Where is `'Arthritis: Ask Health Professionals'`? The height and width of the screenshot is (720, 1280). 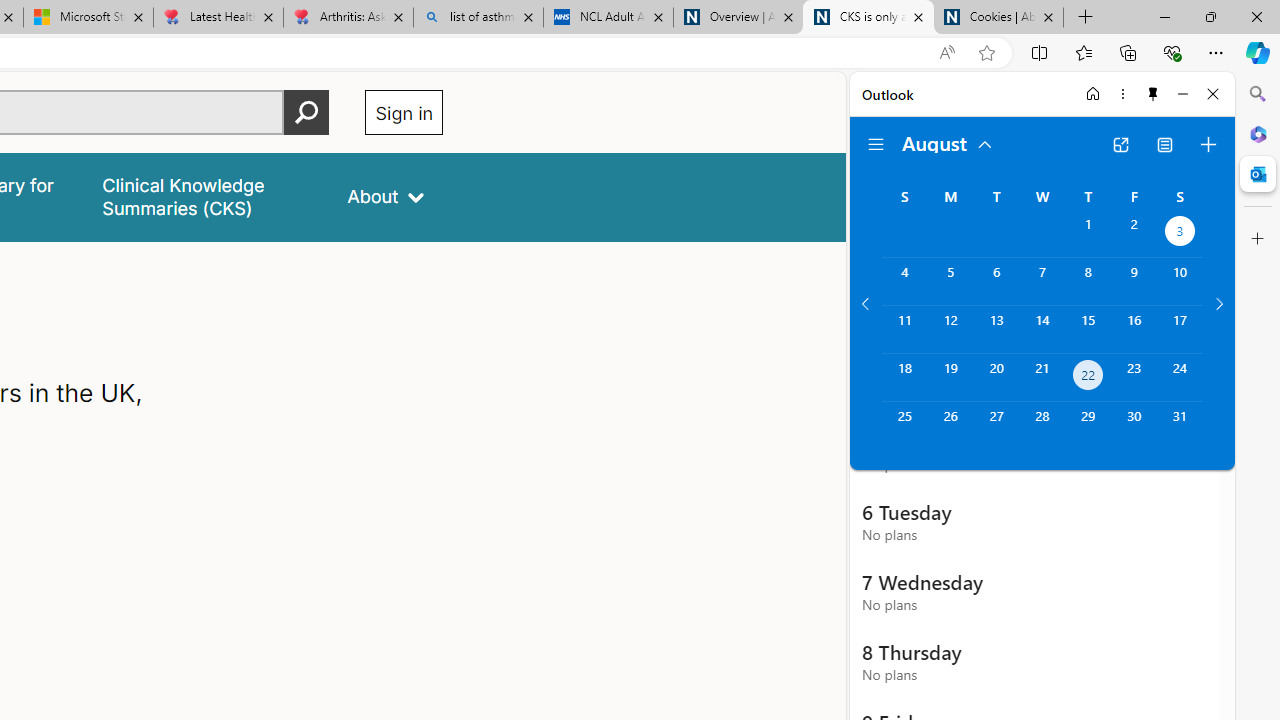 'Arthritis: Ask Health Professionals' is located at coordinates (348, 17).